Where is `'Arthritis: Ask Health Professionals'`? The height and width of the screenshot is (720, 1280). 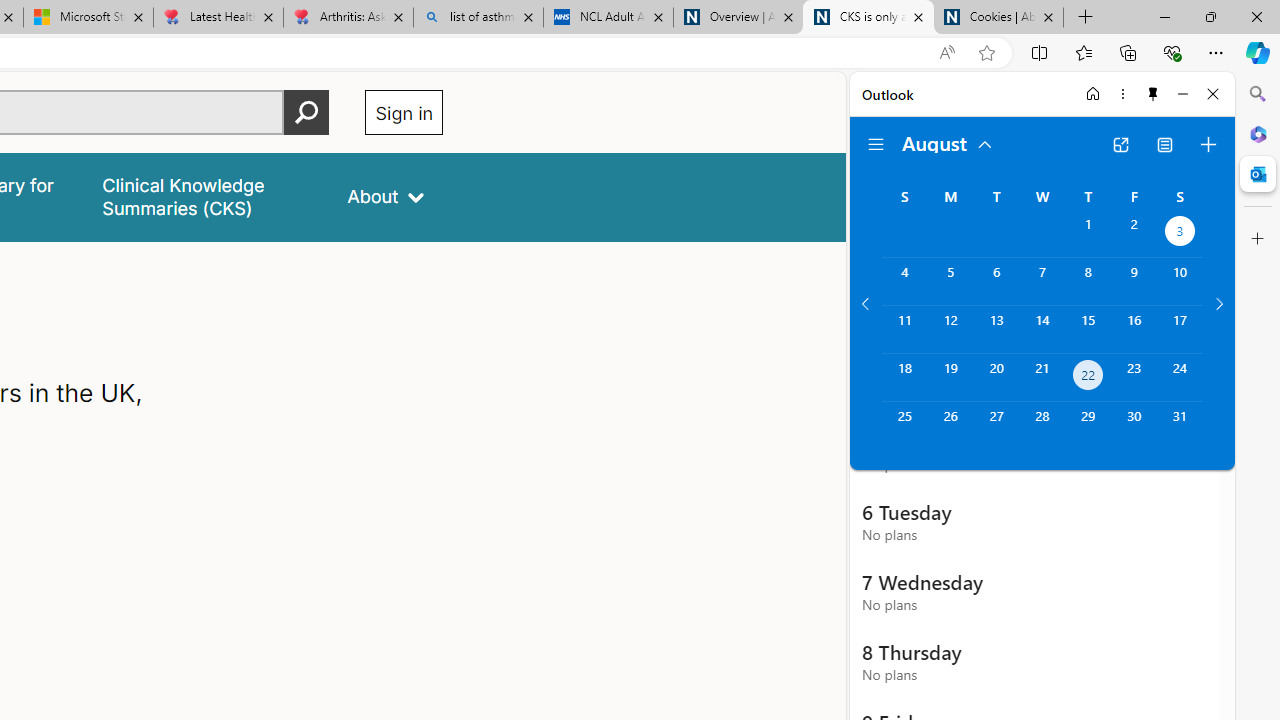 'Arthritis: Ask Health Professionals' is located at coordinates (348, 17).